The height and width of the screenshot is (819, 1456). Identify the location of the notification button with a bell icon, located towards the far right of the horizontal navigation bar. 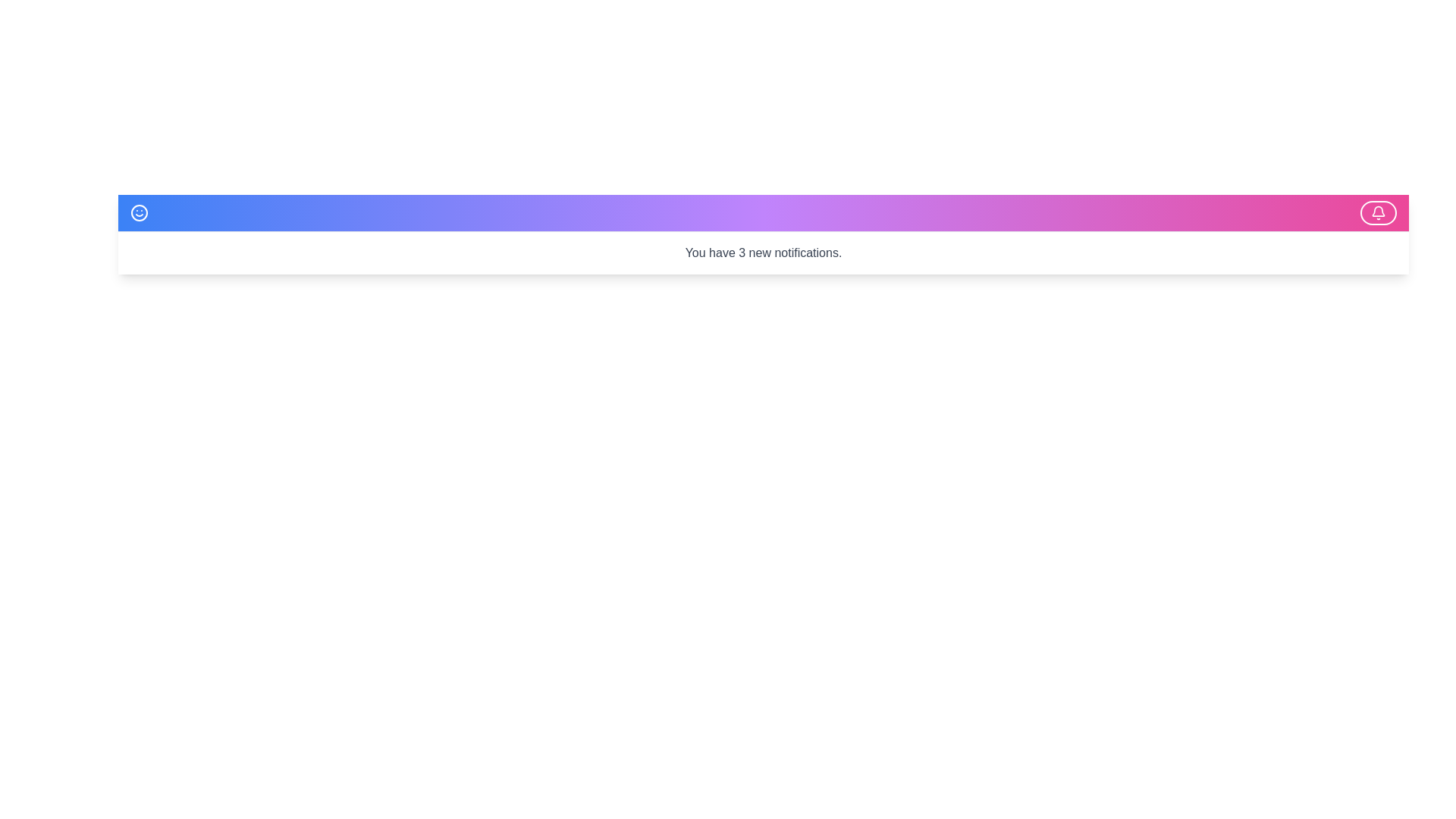
(1379, 213).